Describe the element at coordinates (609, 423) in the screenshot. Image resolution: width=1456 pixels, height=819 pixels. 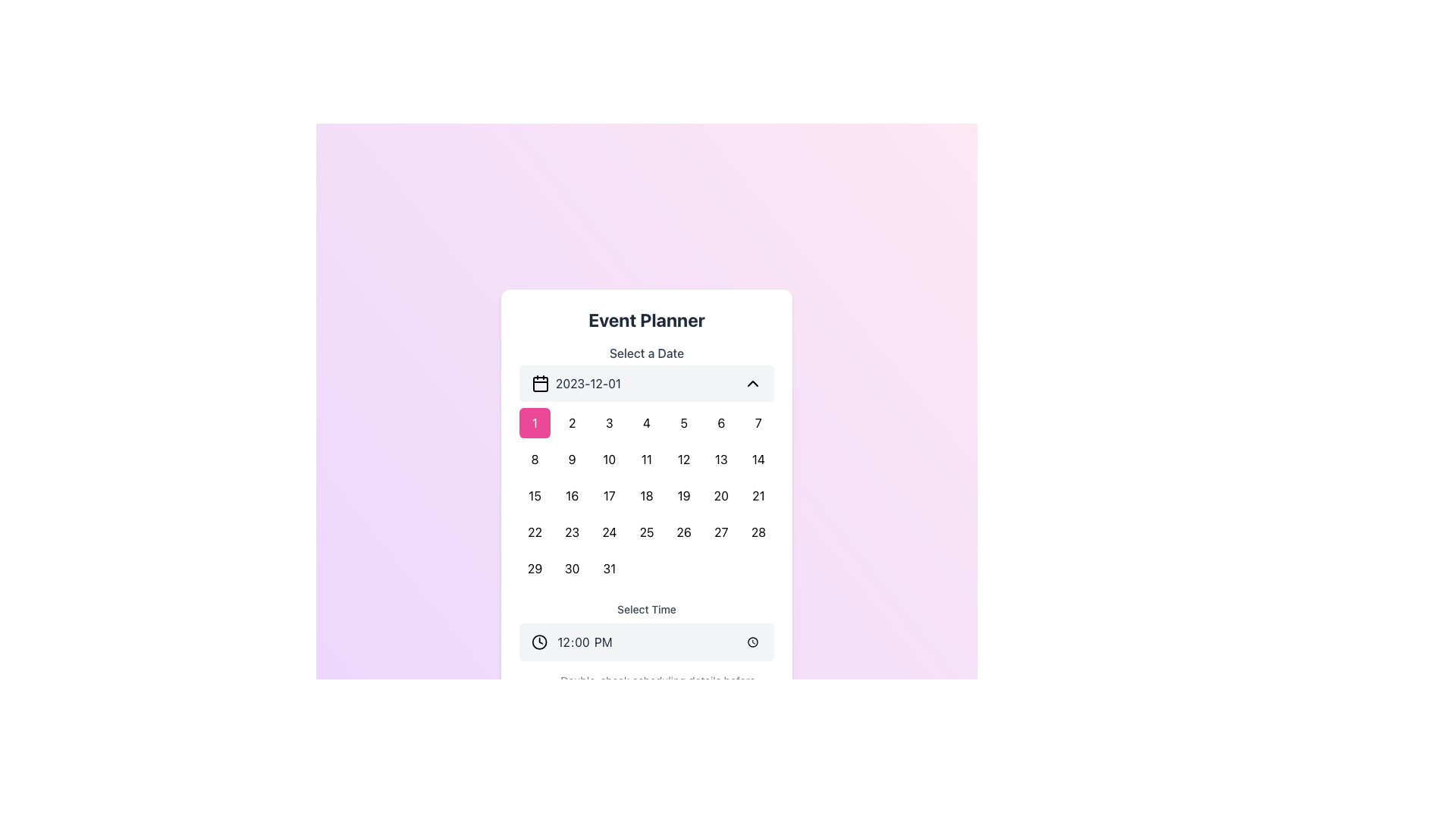
I see `the '3rd' day button in the calendar` at that location.